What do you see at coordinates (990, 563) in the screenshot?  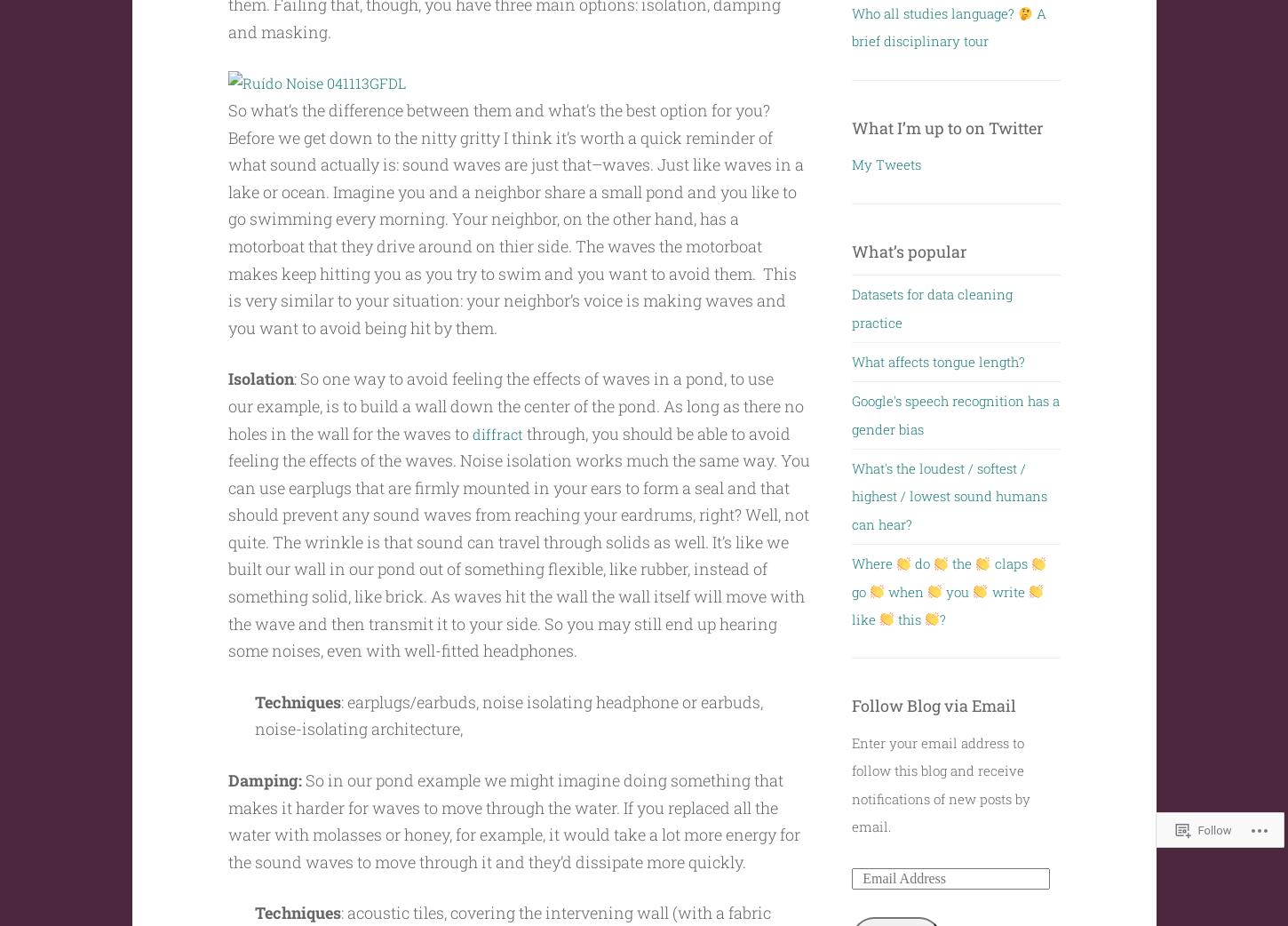 I see `'claps'` at bounding box center [990, 563].